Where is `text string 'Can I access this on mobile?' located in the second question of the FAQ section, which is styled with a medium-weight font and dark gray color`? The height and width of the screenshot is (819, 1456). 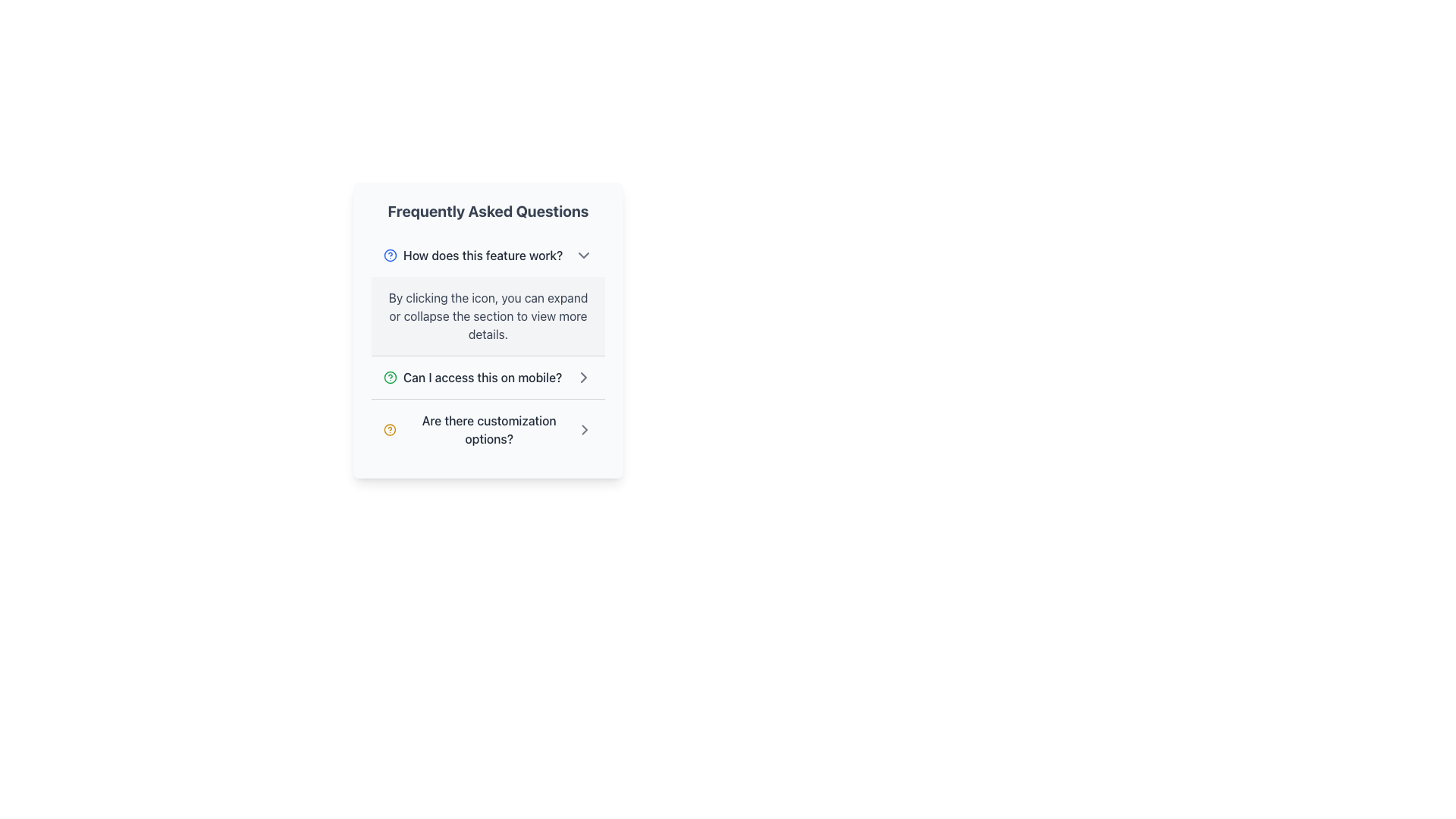 text string 'Can I access this on mobile?' located in the second question of the FAQ section, which is styled with a medium-weight font and dark gray color is located at coordinates (482, 376).